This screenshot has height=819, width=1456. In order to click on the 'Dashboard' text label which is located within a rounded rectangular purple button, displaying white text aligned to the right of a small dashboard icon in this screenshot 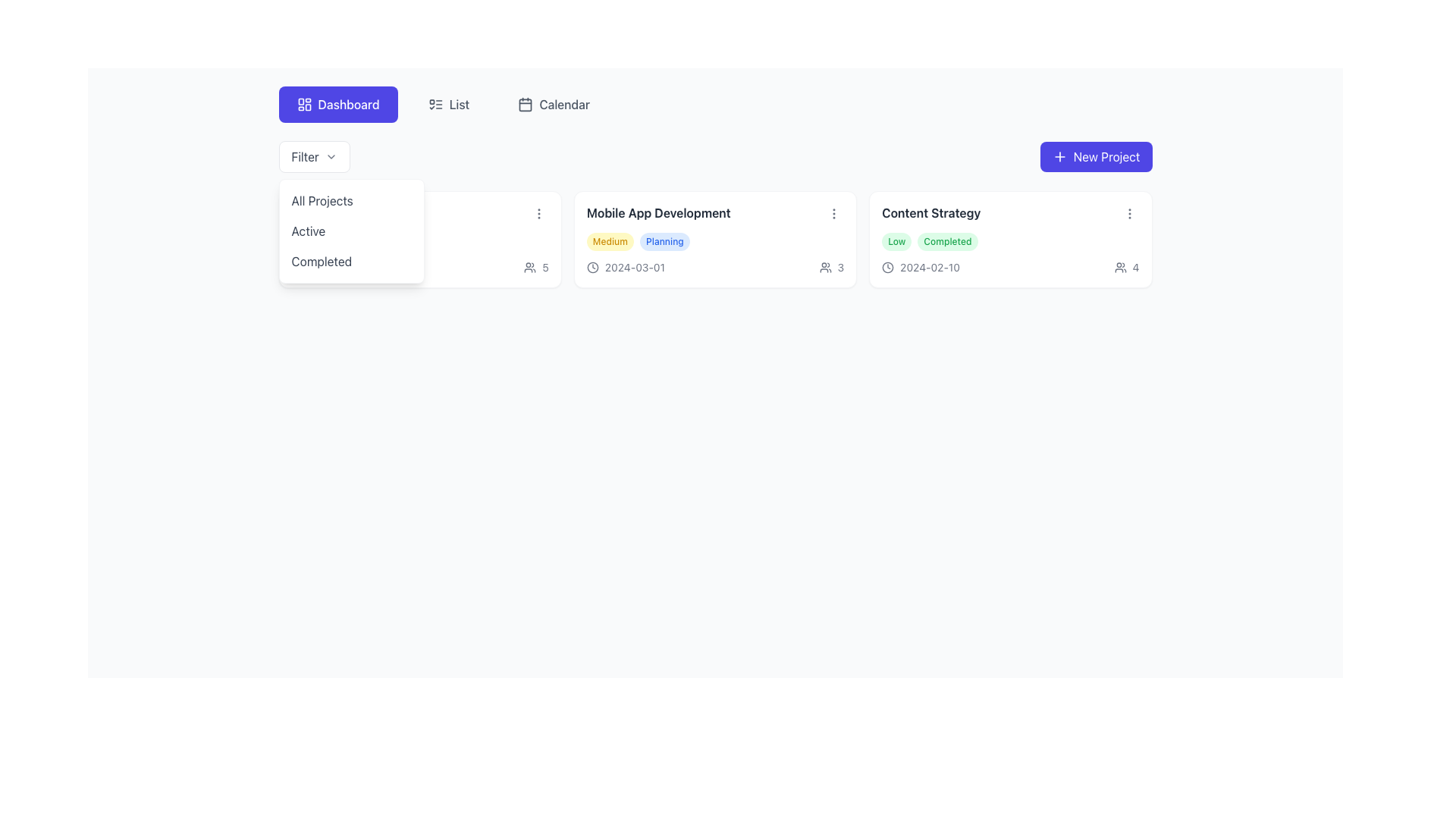, I will do `click(348, 104)`.